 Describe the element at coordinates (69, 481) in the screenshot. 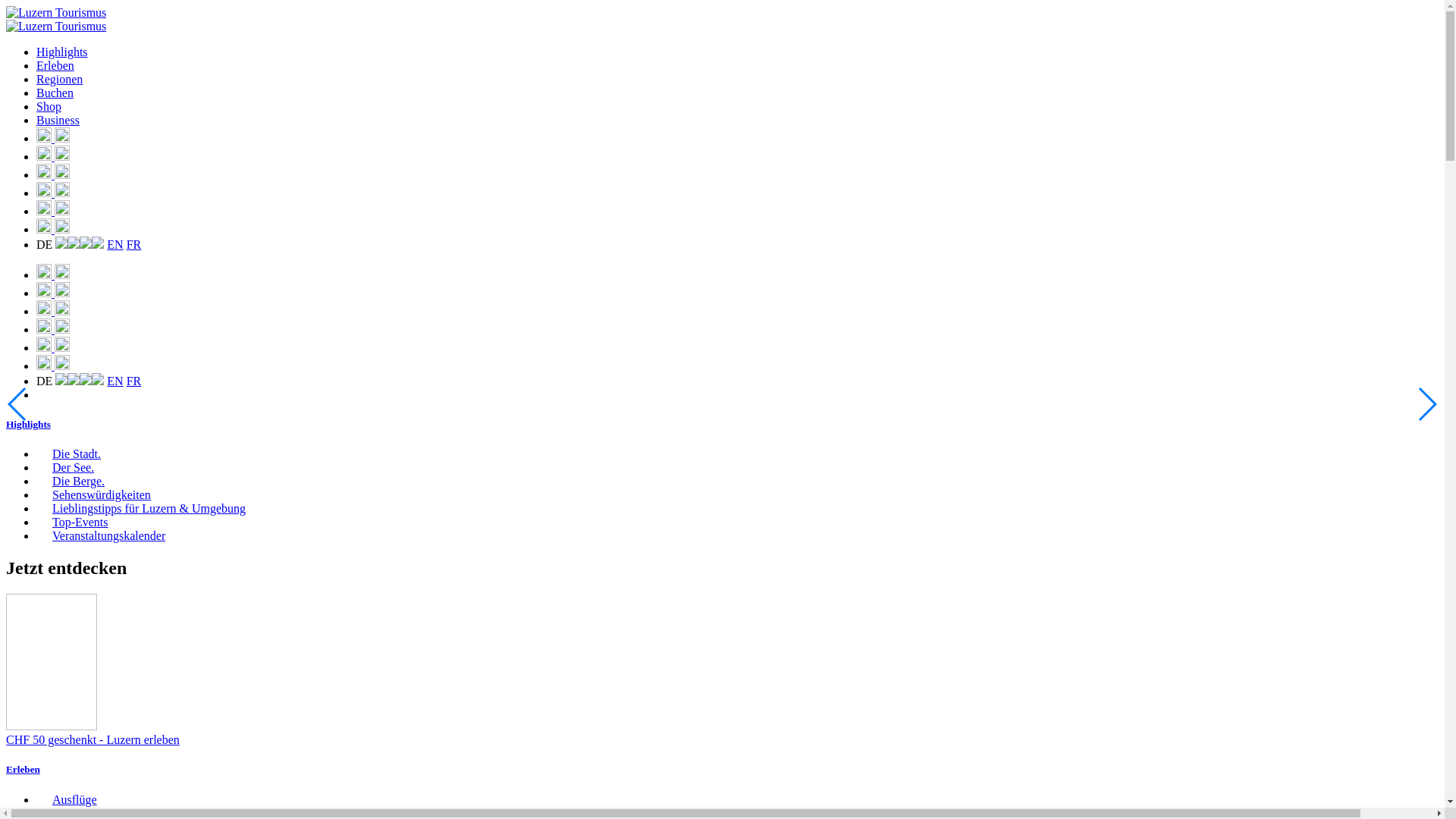

I see `'Die Berge.'` at that location.